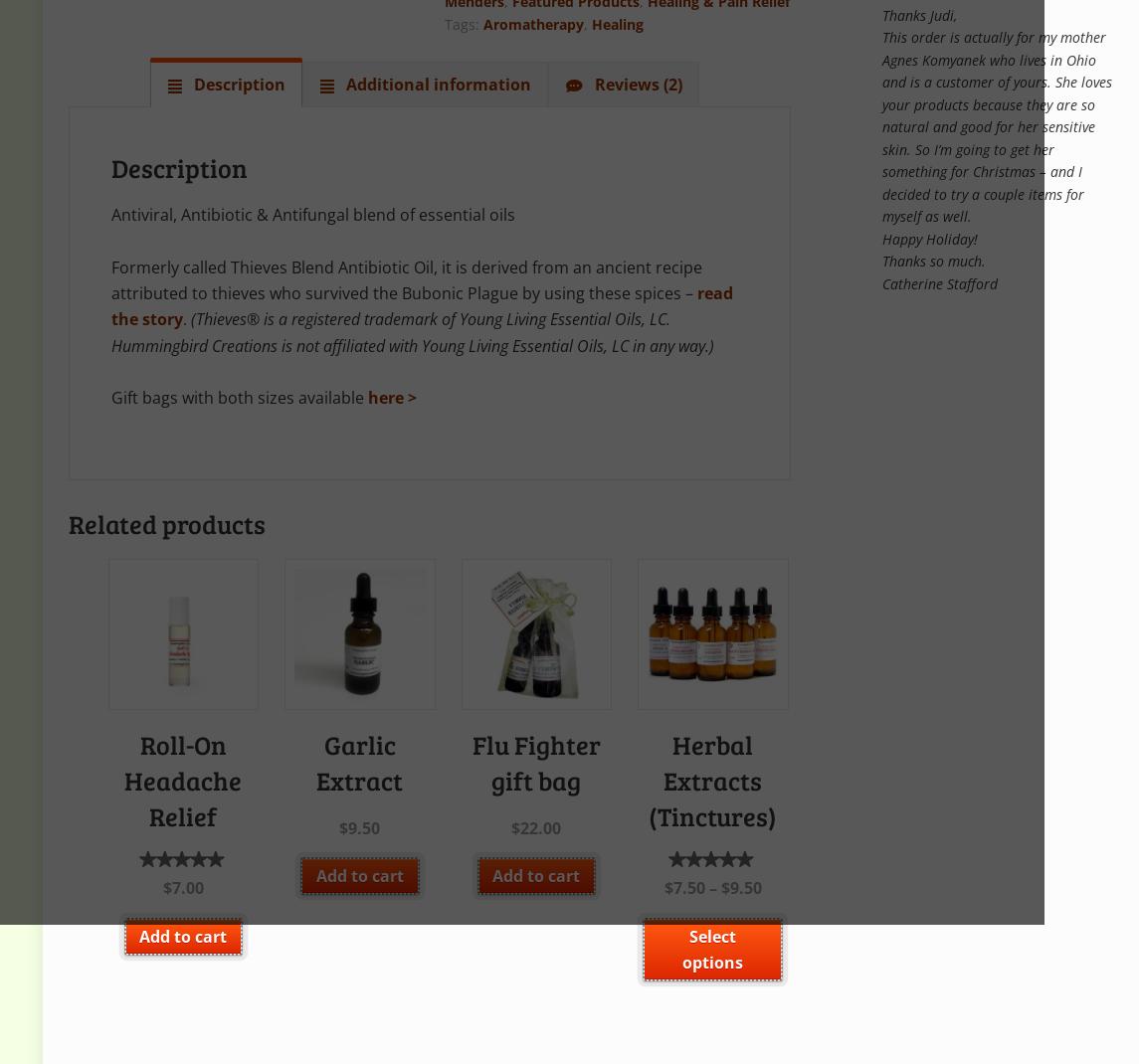 The width and height of the screenshot is (1139, 1064). What do you see at coordinates (939, 283) in the screenshot?
I see `'Catherine Stafford'` at bounding box center [939, 283].